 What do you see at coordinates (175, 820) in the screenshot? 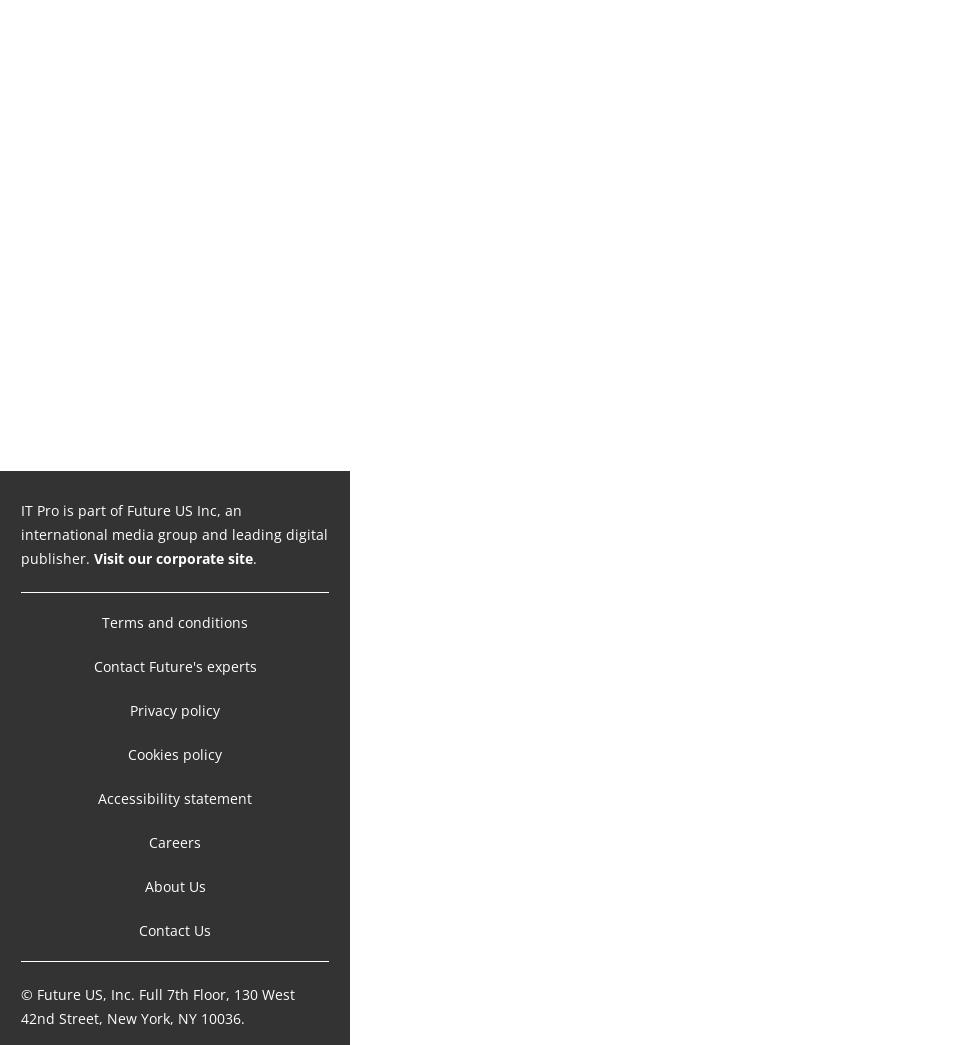
I see `'Careers'` at bounding box center [175, 820].